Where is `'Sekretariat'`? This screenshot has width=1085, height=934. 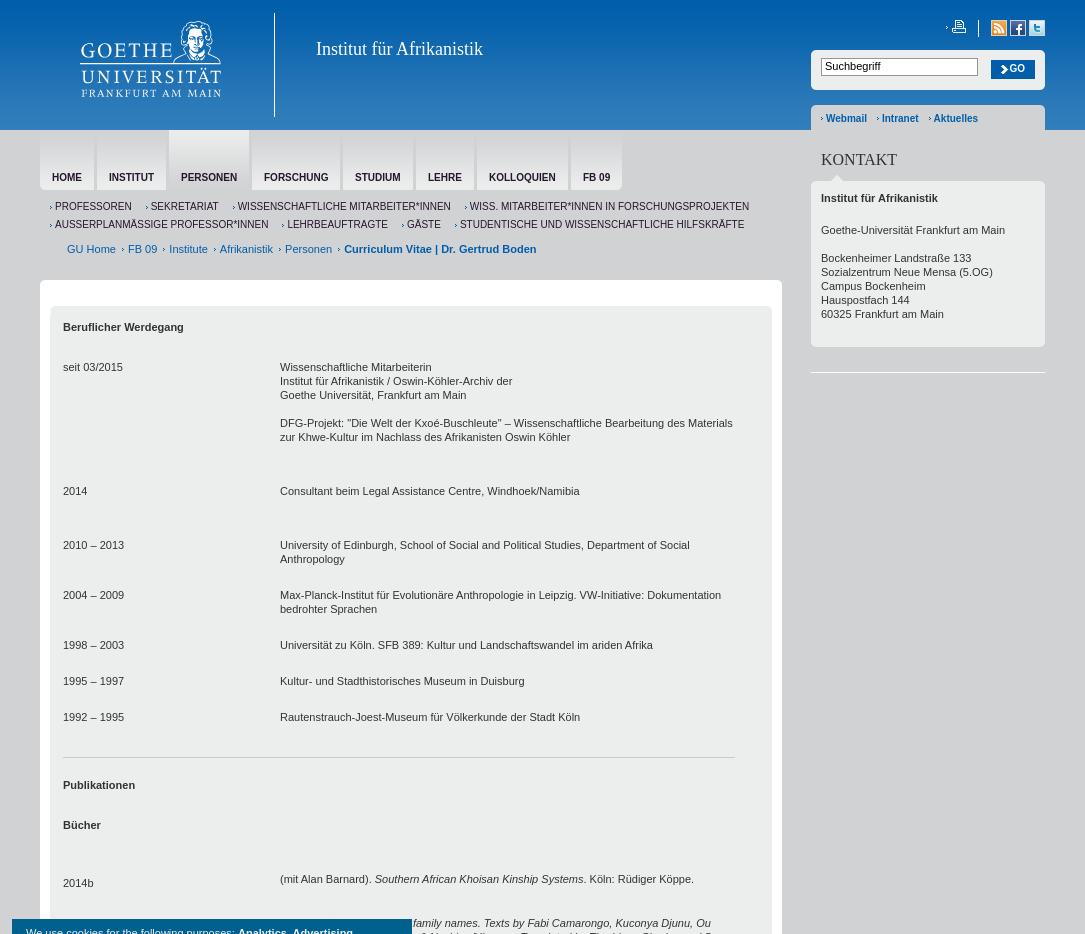 'Sekretariat' is located at coordinates (184, 205).